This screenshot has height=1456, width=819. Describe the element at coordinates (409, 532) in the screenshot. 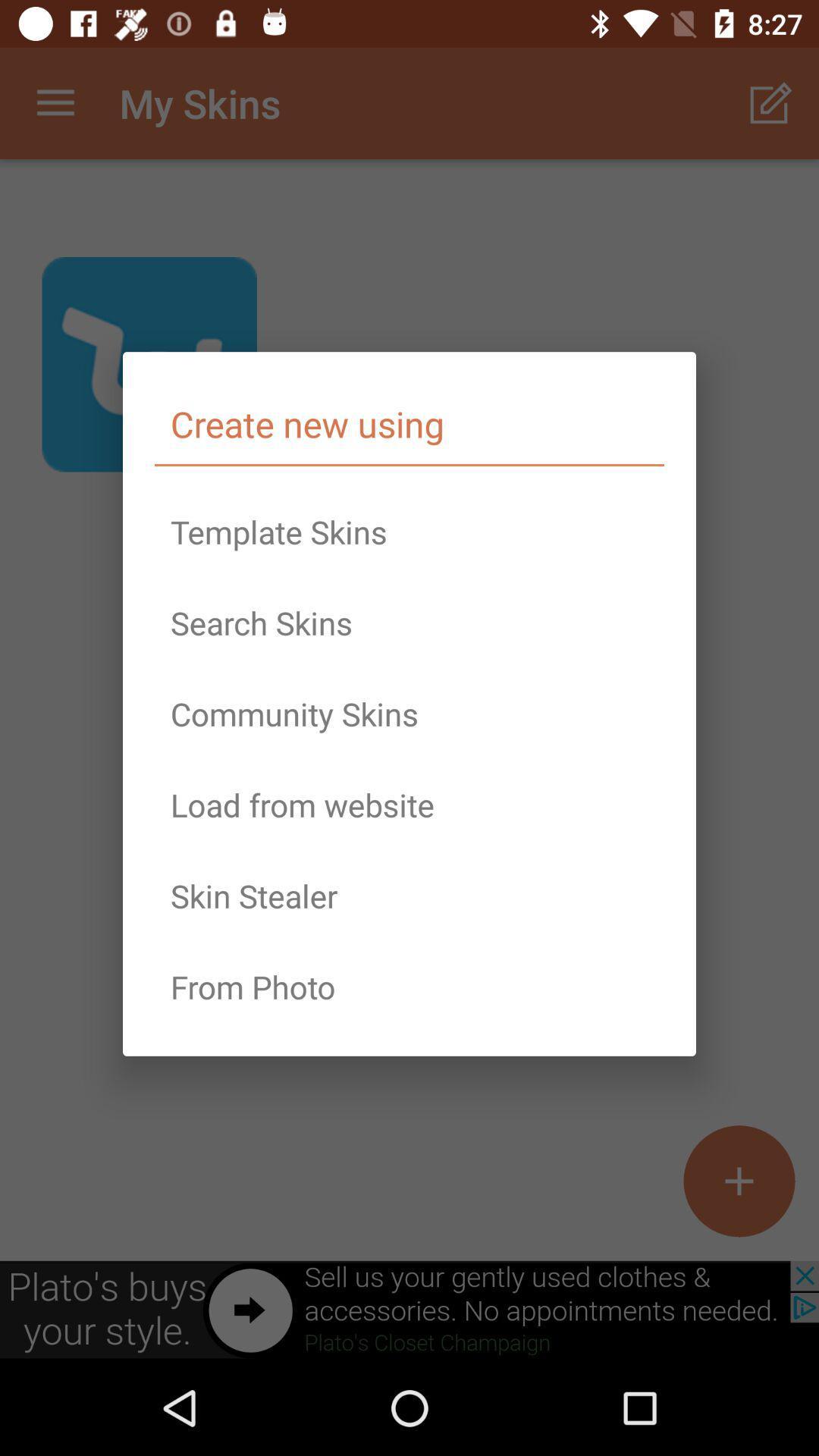

I see `the template skins` at that location.